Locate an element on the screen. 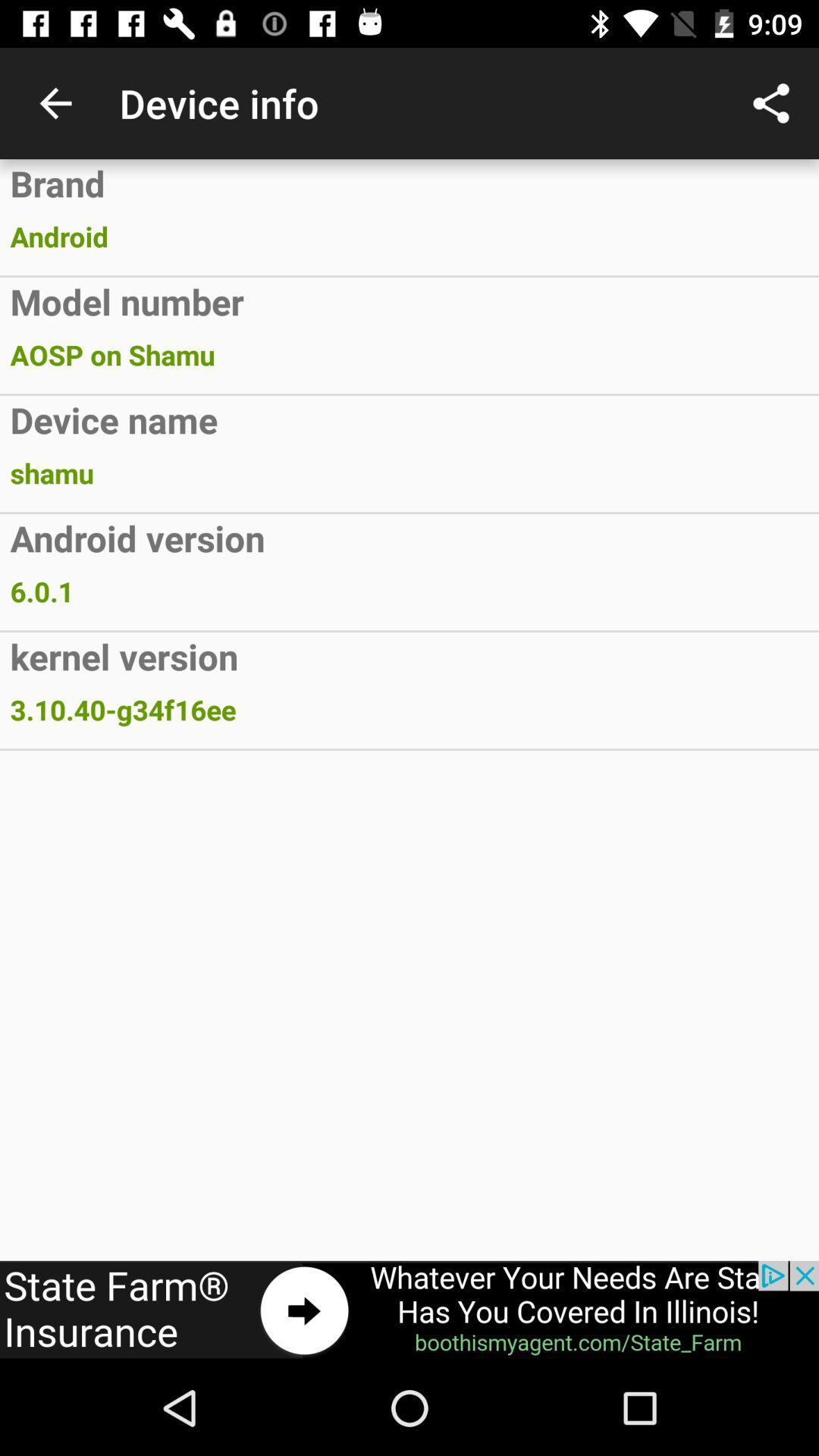 This screenshot has height=1456, width=819. advertisement website is located at coordinates (409, 1310).